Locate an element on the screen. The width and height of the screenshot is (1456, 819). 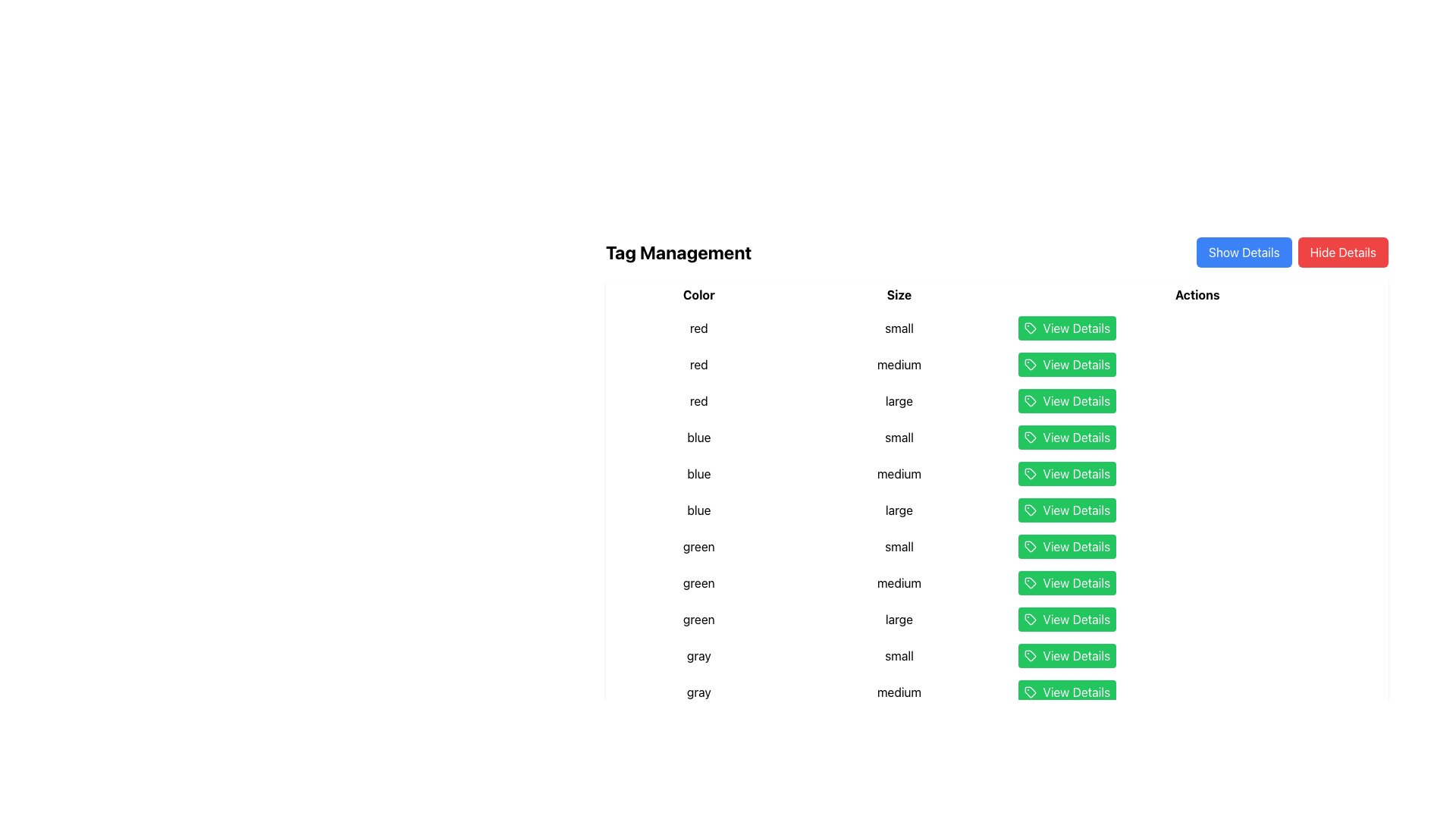
the small green decorative icon located on the left side of the third 'View Details' button in the 'Actions' column, which corresponds to the row with 'green' as the color and 'medium' as the size is located at coordinates (1031, 582).